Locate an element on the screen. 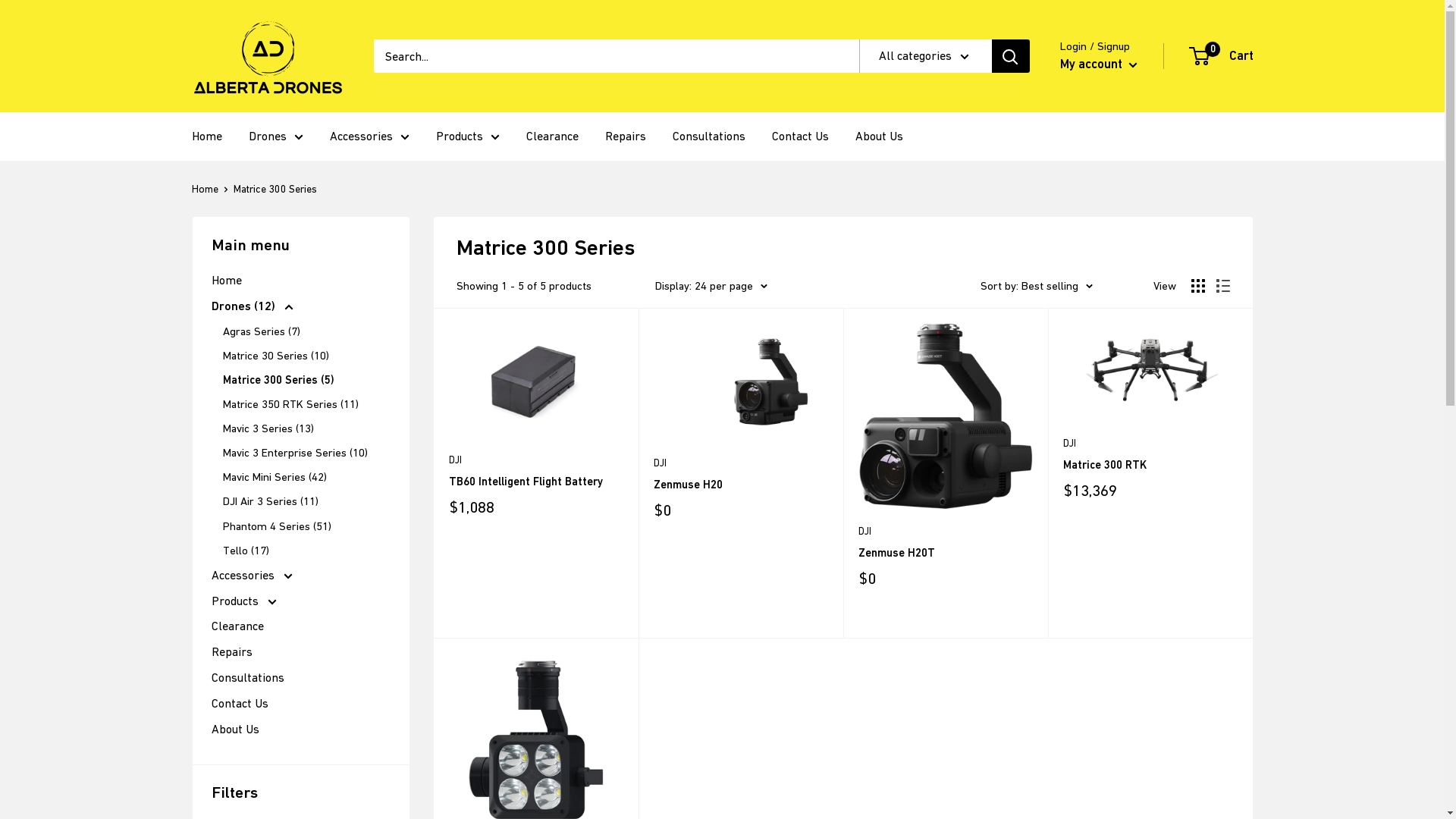 The width and height of the screenshot is (1456, 819). 'Clearance' is located at coordinates (210, 626).